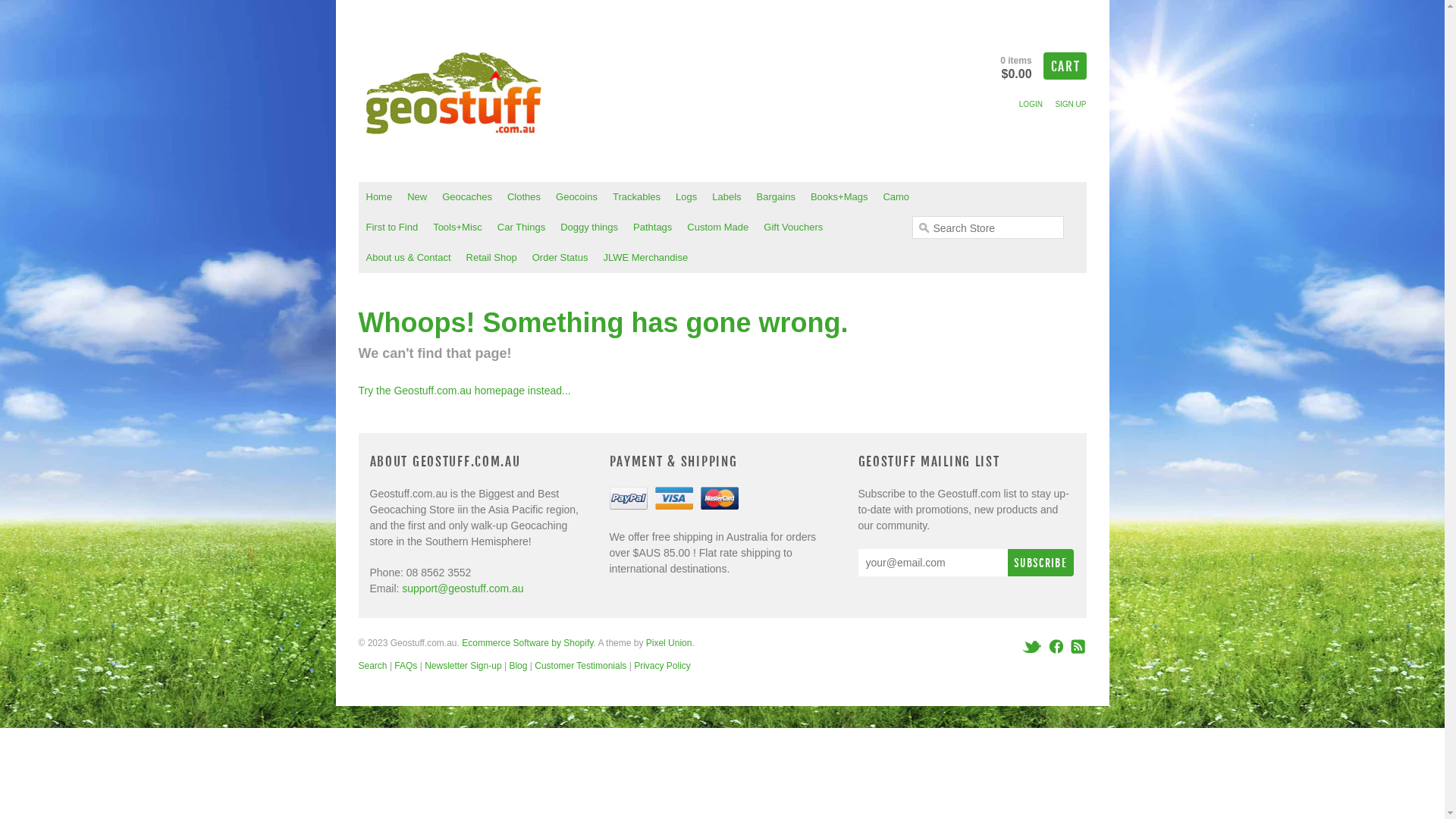 The image size is (1456, 819). I want to click on 'SIGN UP', so click(1054, 103).